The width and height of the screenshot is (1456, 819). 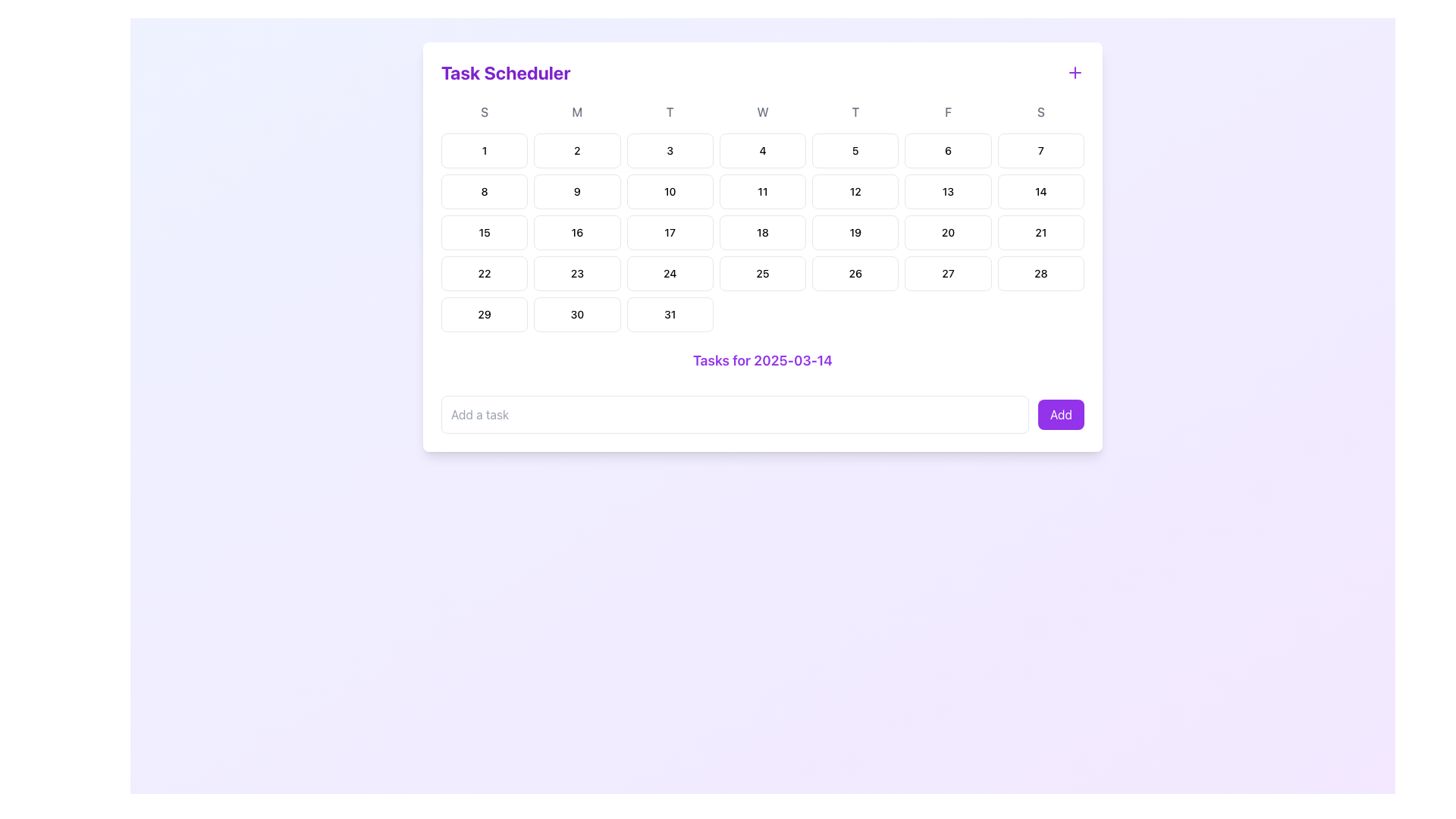 I want to click on the calendar button representing the day '27', so click(x=947, y=274).